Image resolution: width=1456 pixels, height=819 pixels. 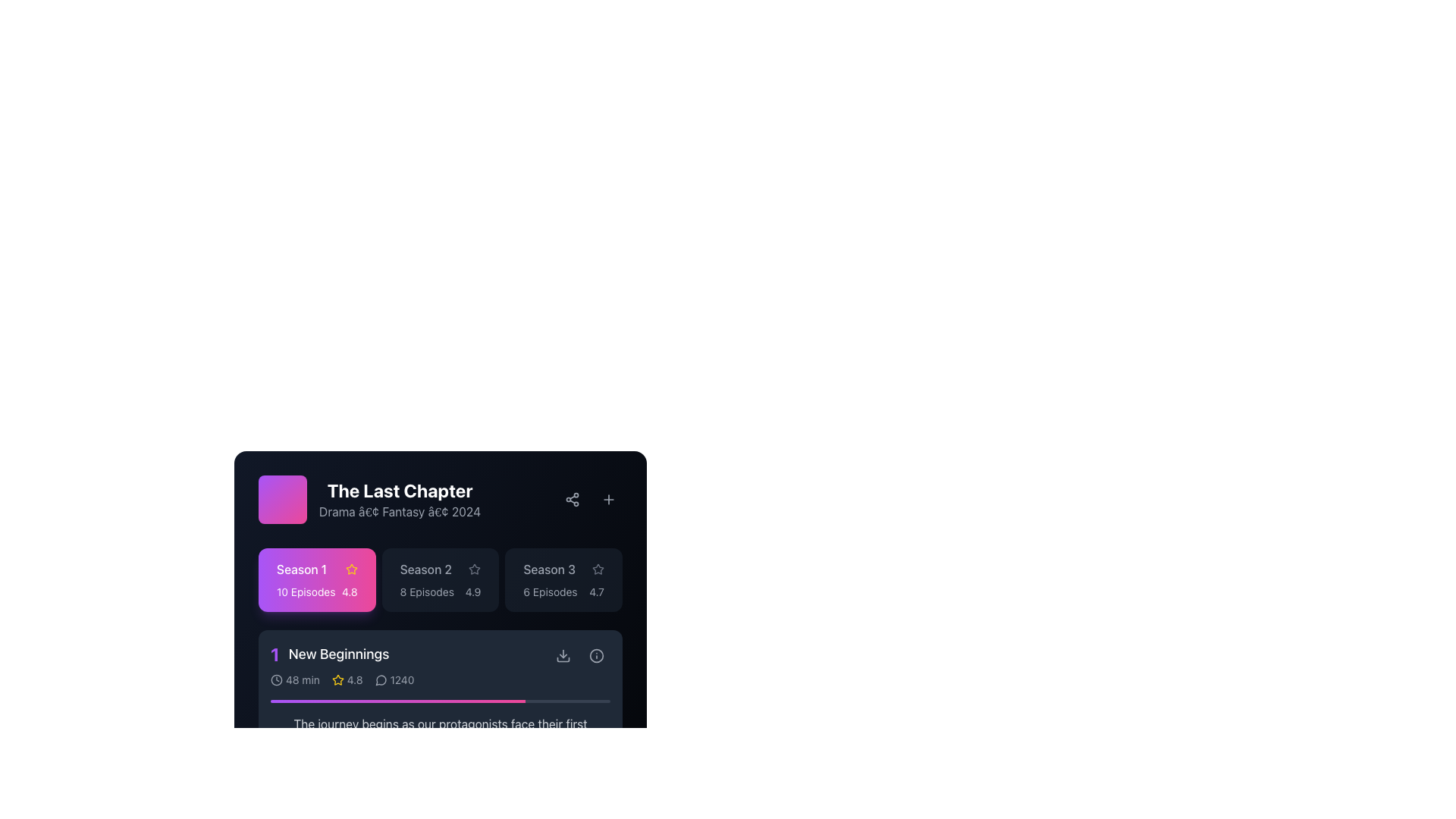 I want to click on text content of the text label displaying 'Season 3', which is styled in mid-tone white and is the third item in a horizontal layout of season indicators, so click(x=548, y=570).